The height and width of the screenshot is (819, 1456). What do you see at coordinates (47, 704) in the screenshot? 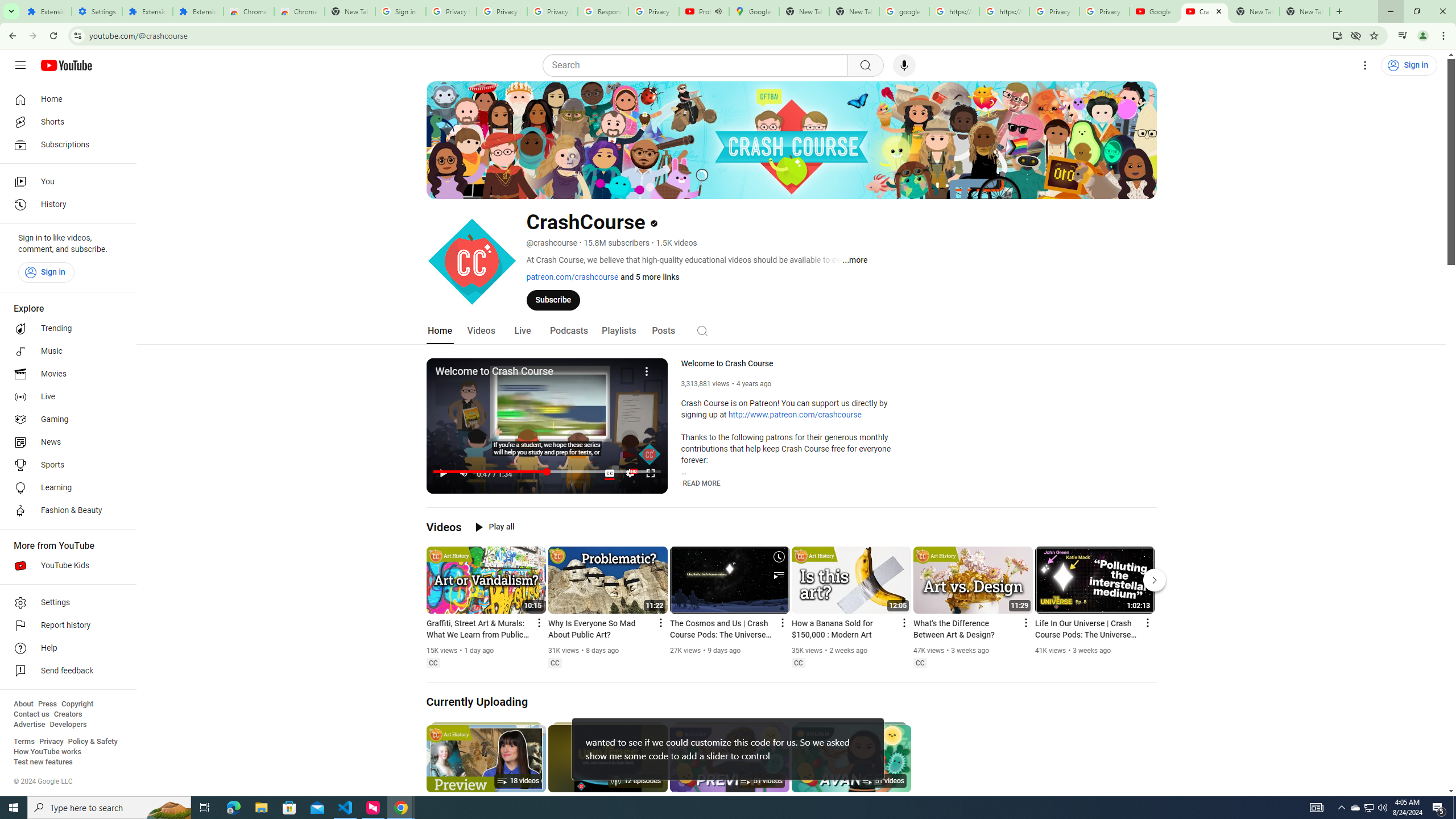
I see `'Press'` at bounding box center [47, 704].